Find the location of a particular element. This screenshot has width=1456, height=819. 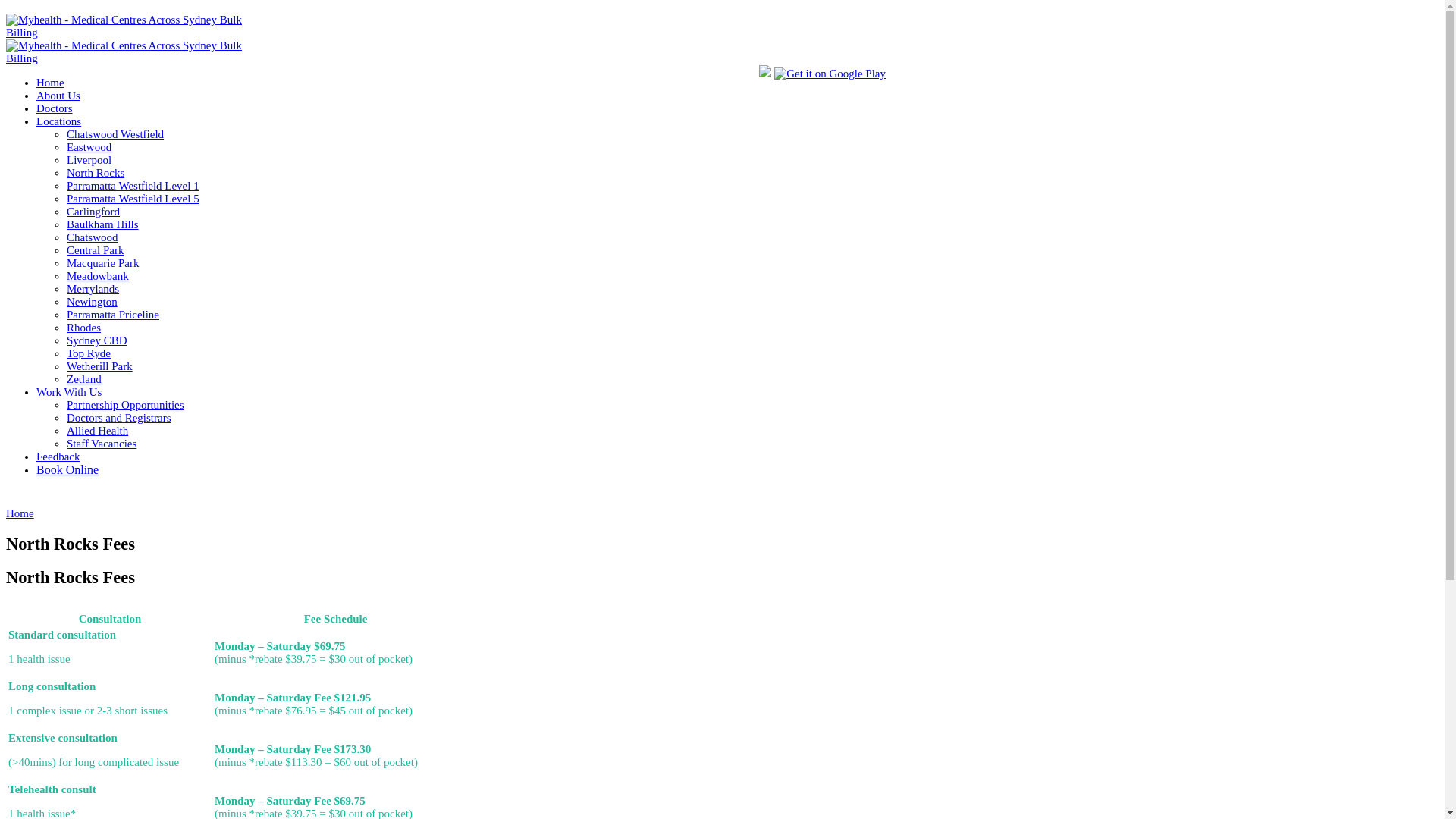

'Baulkham Hills' is located at coordinates (102, 224).